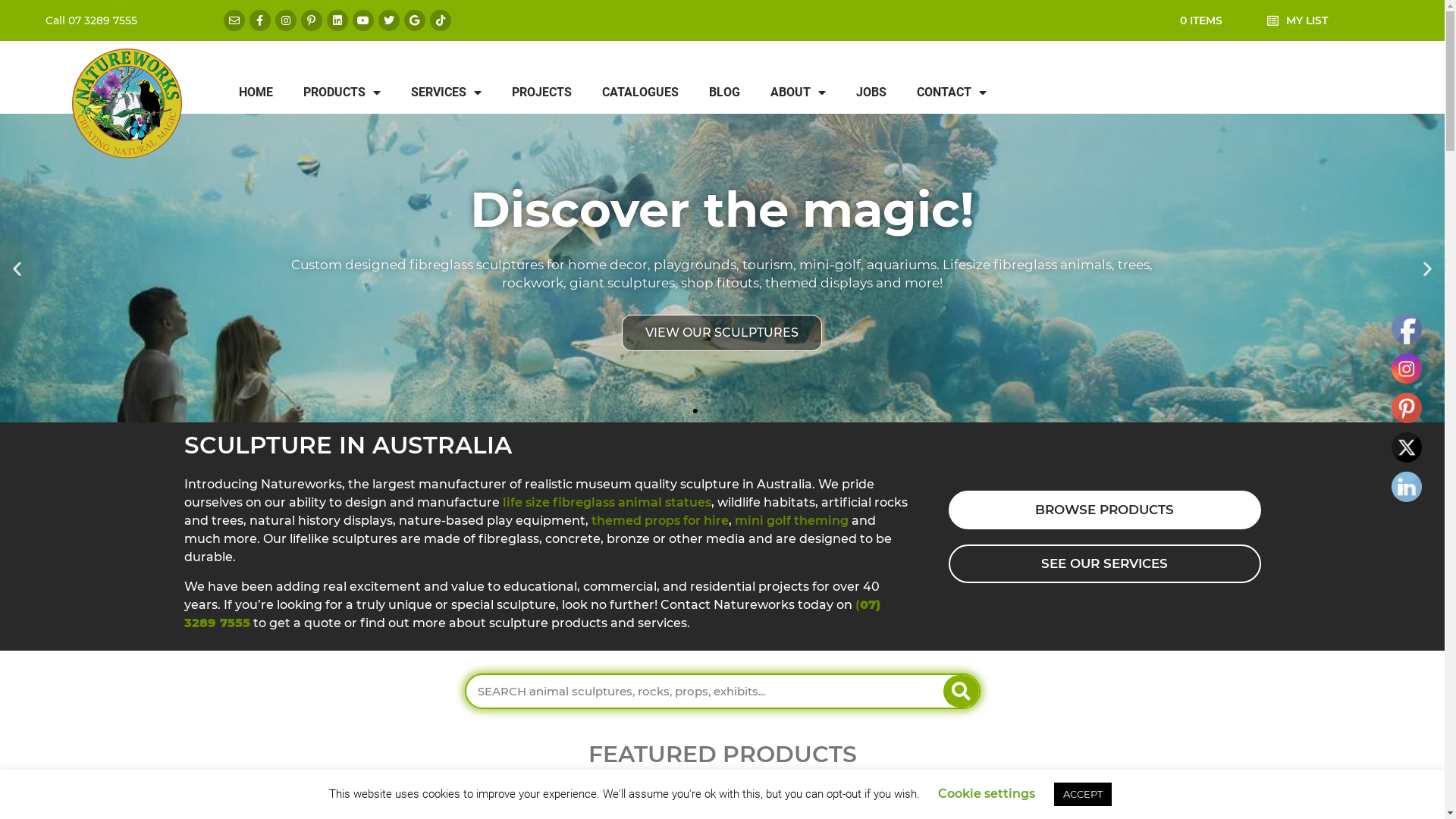  I want to click on 'Twitter', so click(1405, 447).